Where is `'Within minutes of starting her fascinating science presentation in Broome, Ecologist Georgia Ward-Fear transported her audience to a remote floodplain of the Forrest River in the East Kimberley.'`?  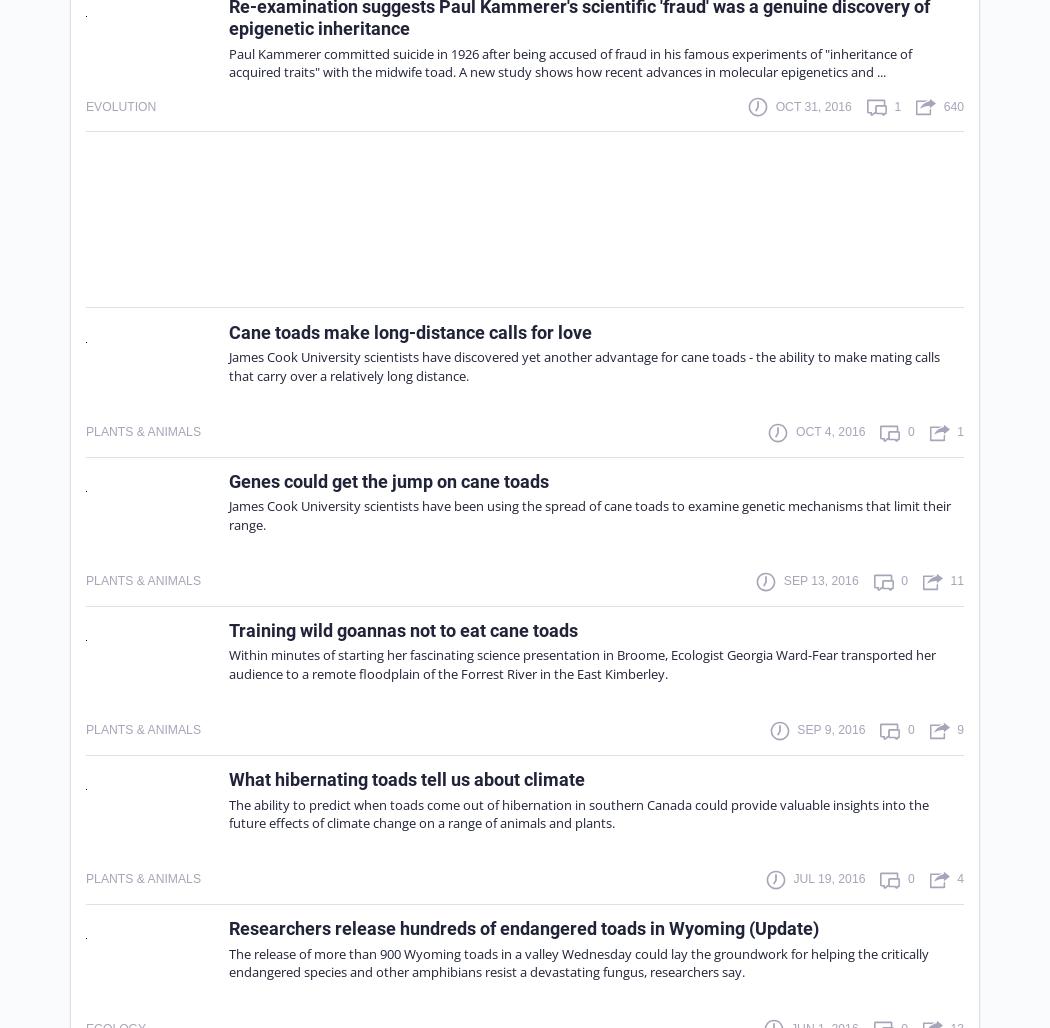 'Within minutes of starting her fascinating science presentation in Broome, Ecologist Georgia Ward-Fear transported her audience to a remote floodplain of the Forrest River in the East Kimberley.' is located at coordinates (229, 663).